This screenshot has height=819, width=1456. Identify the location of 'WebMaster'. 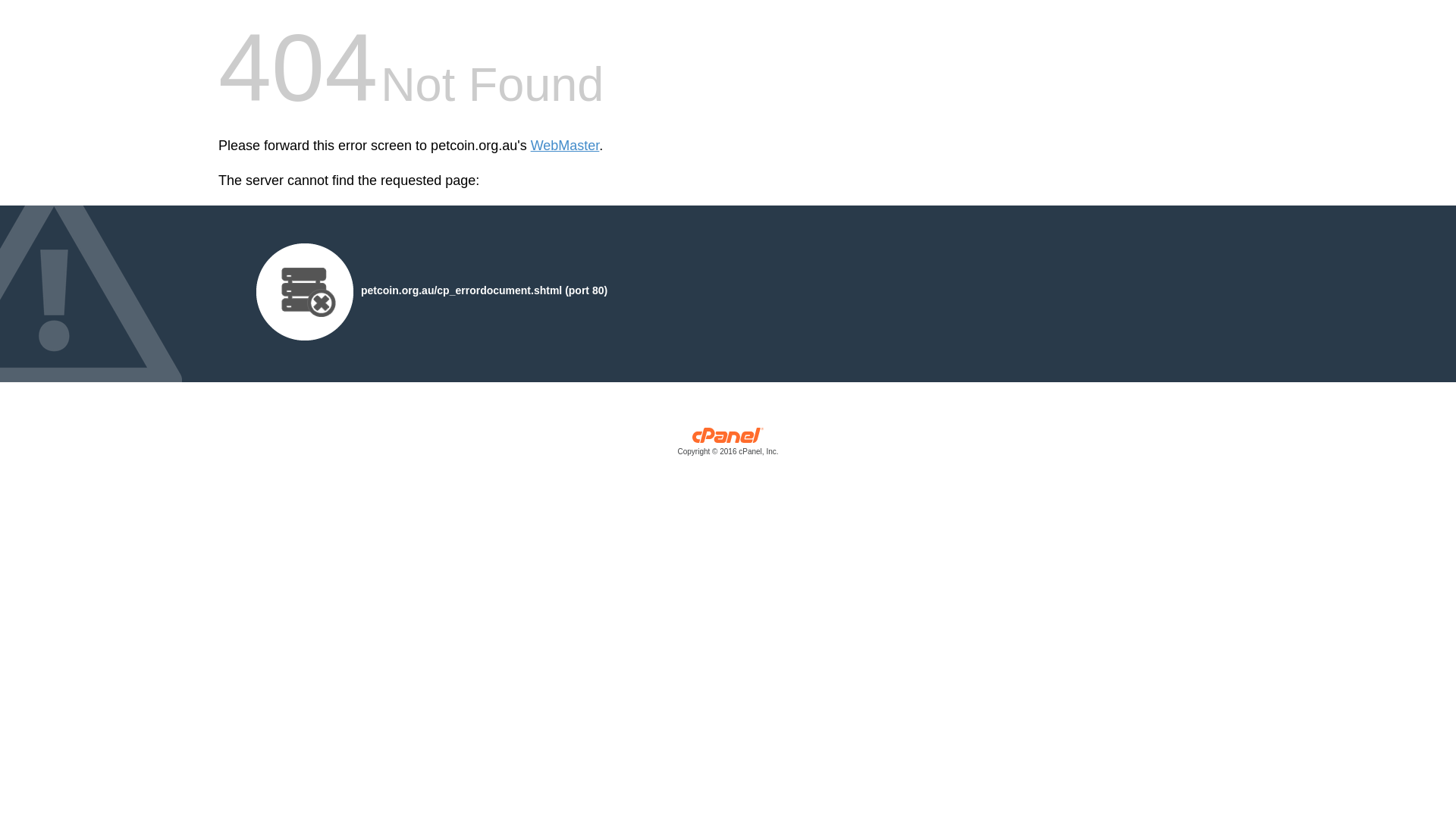
(531, 146).